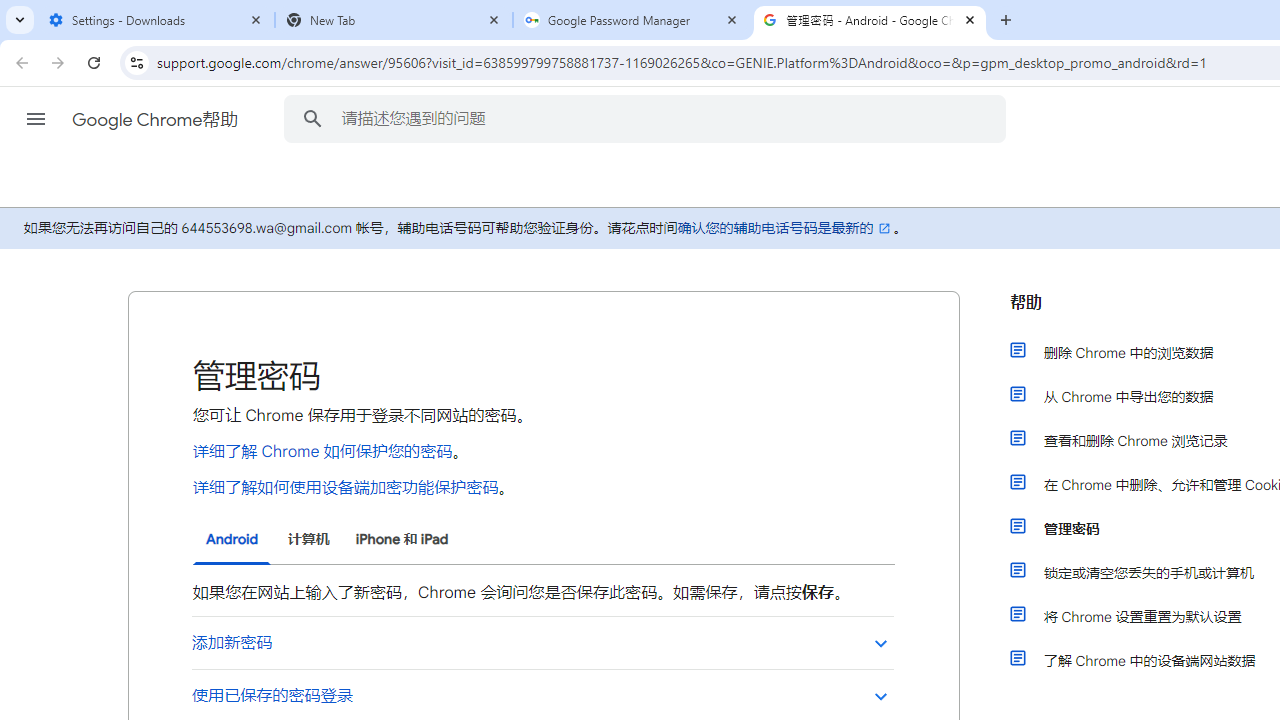 The height and width of the screenshot is (720, 1280). Describe the element at coordinates (394, 20) in the screenshot. I see `'New Tab'` at that location.